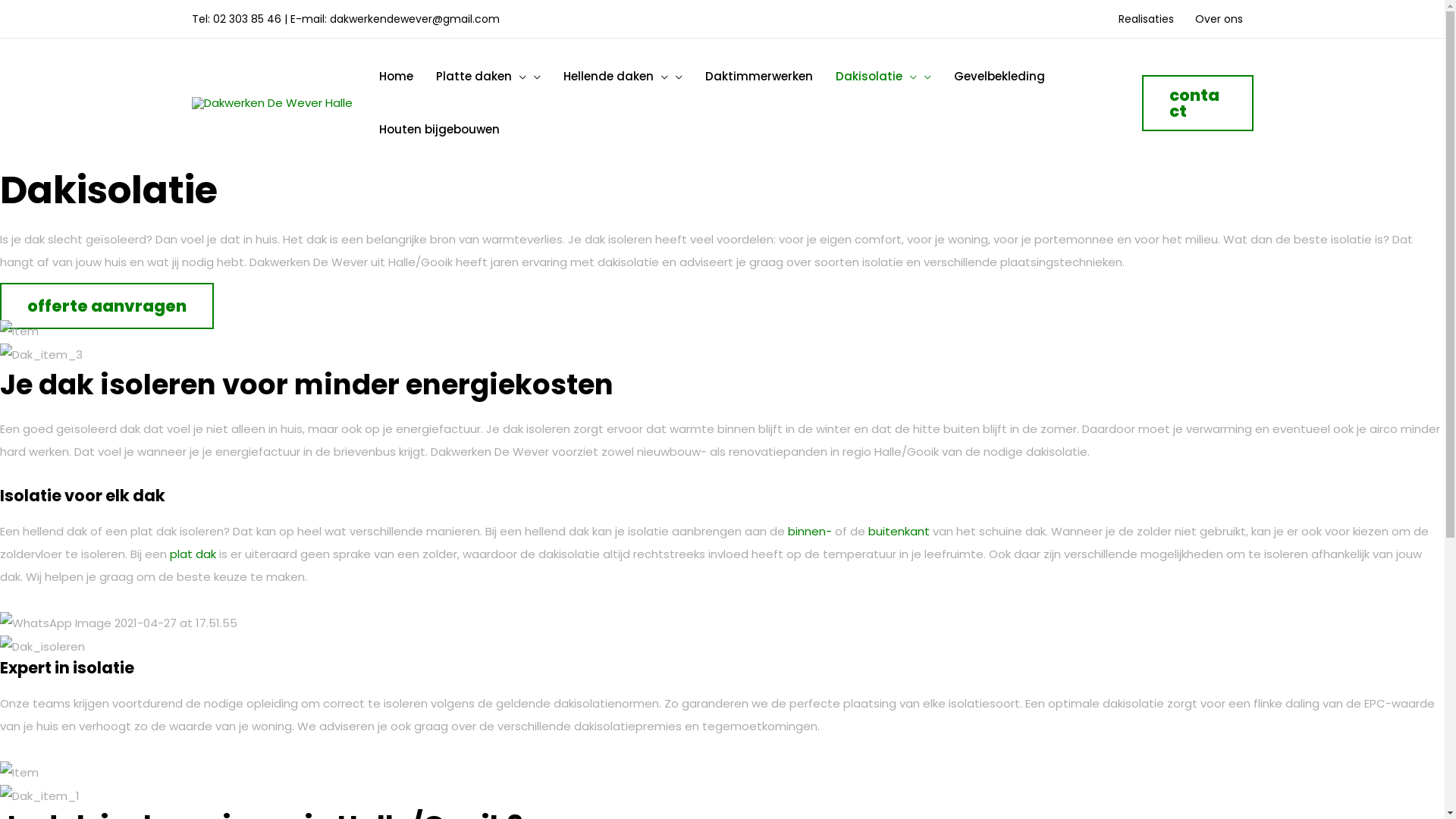 This screenshot has width=1456, height=819. I want to click on 'Hellende daken', so click(623, 76).